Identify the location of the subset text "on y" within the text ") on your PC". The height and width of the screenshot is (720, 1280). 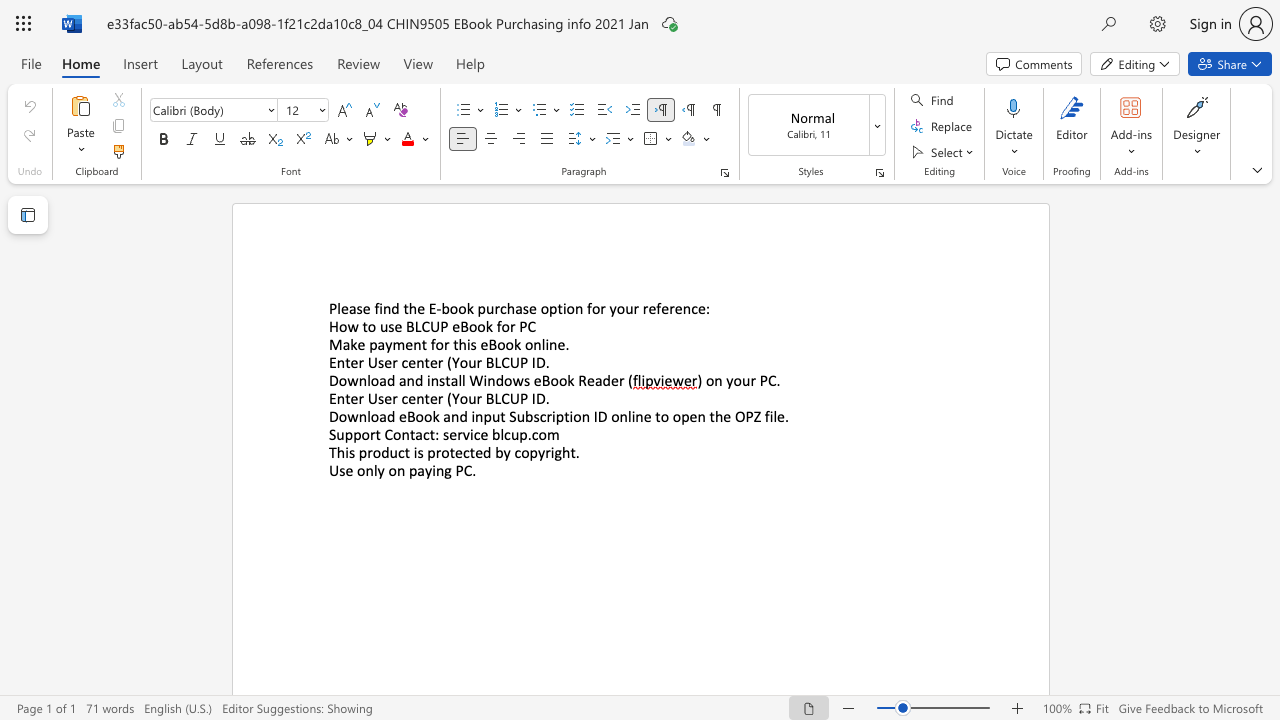
(705, 380).